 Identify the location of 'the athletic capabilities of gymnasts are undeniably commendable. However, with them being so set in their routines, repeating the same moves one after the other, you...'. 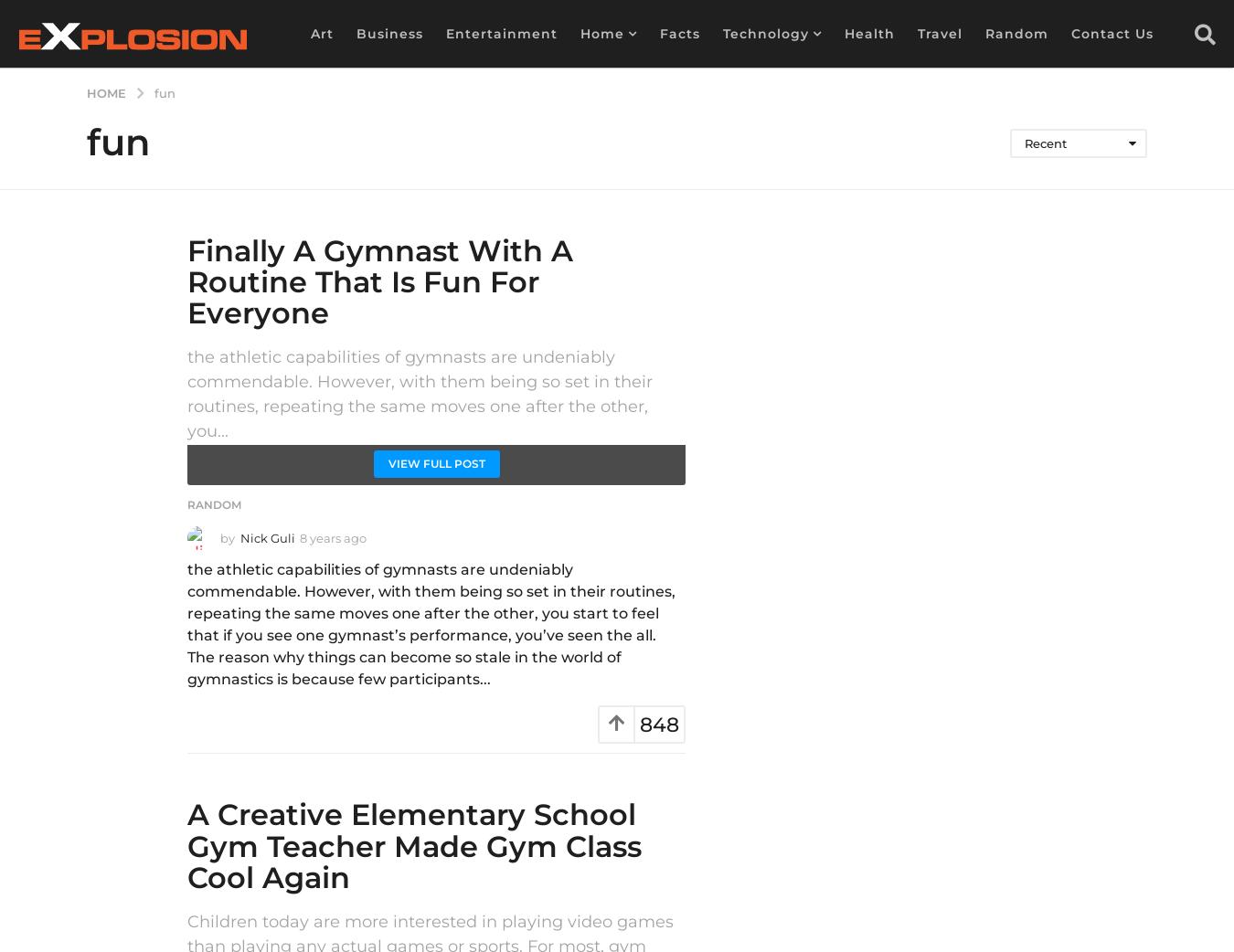
(419, 393).